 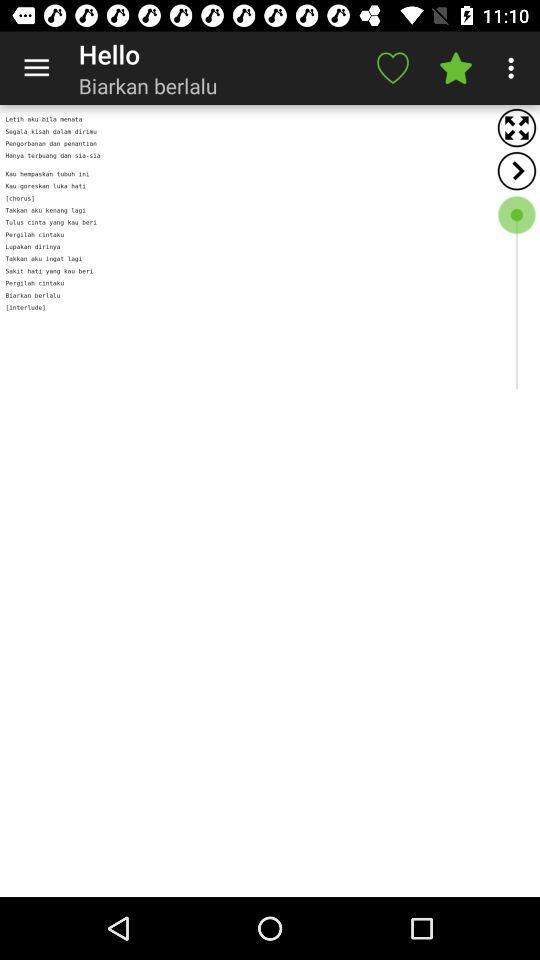 What do you see at coordinates (516, 170) in the screenshot?
I see `back button` at bounding box center [516, 170].